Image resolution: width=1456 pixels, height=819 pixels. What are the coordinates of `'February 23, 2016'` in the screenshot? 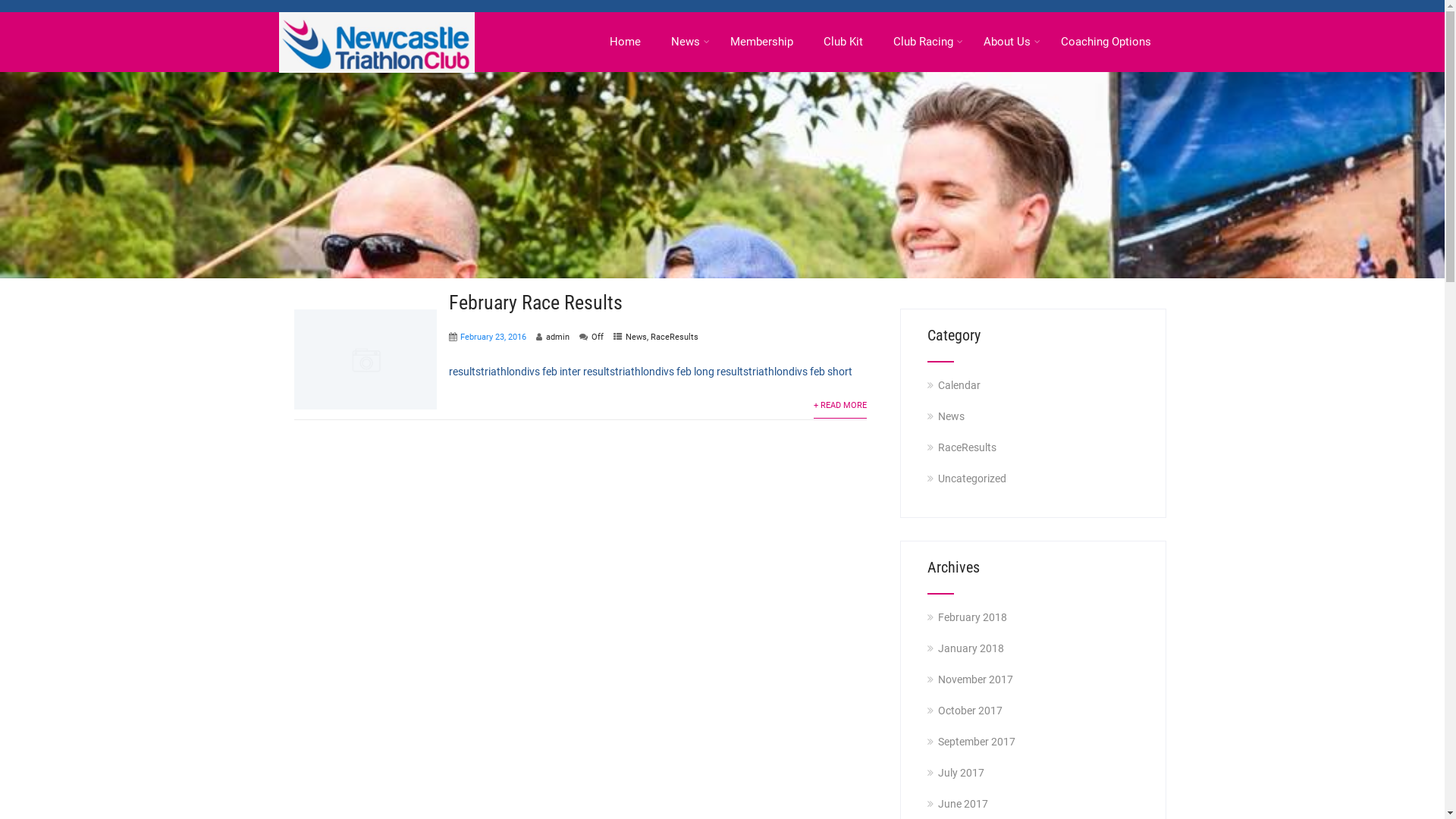 It's located at (492, 336).